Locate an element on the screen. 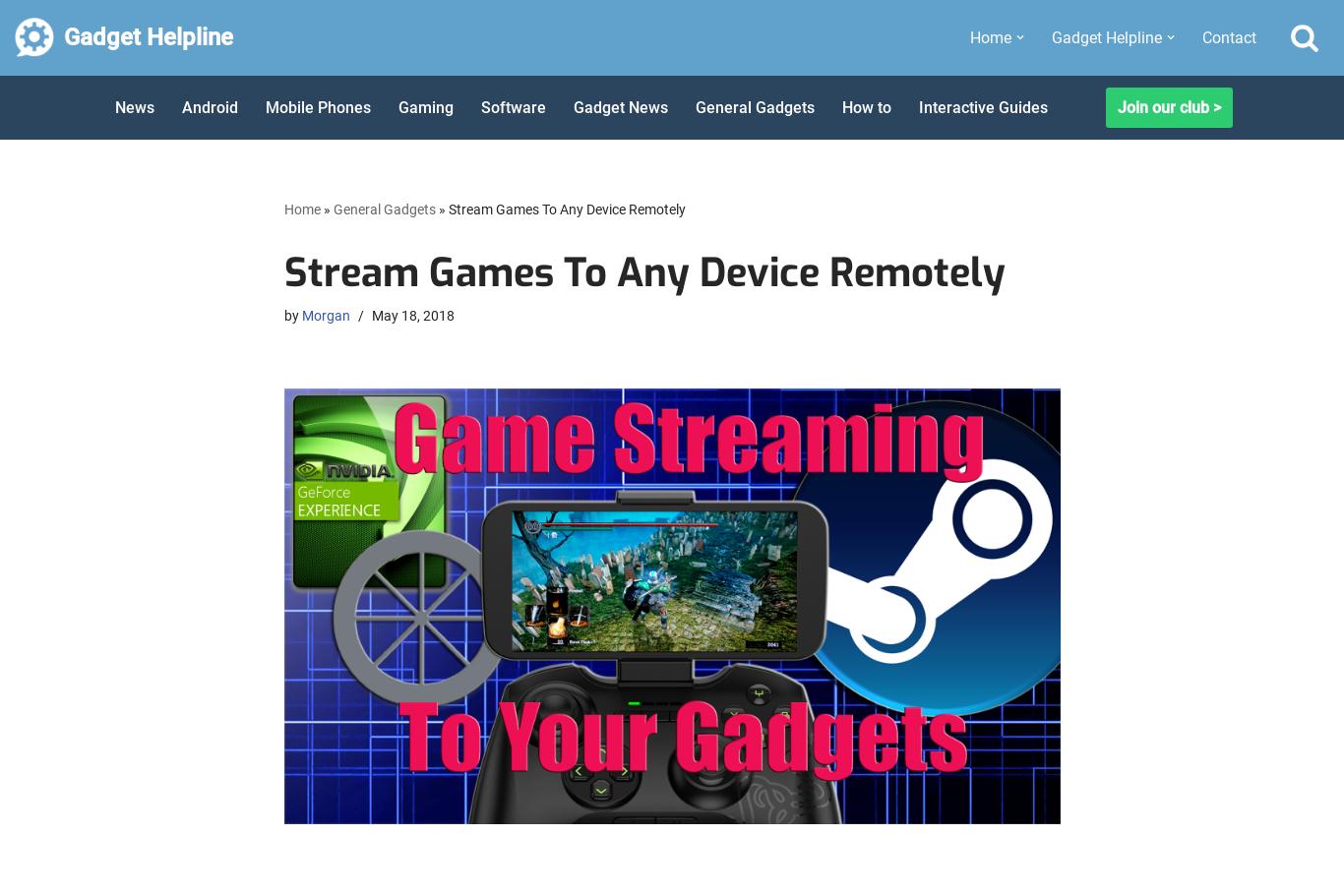 The image size is (1344, 896). 'by' is located at coordinates (291, 315).